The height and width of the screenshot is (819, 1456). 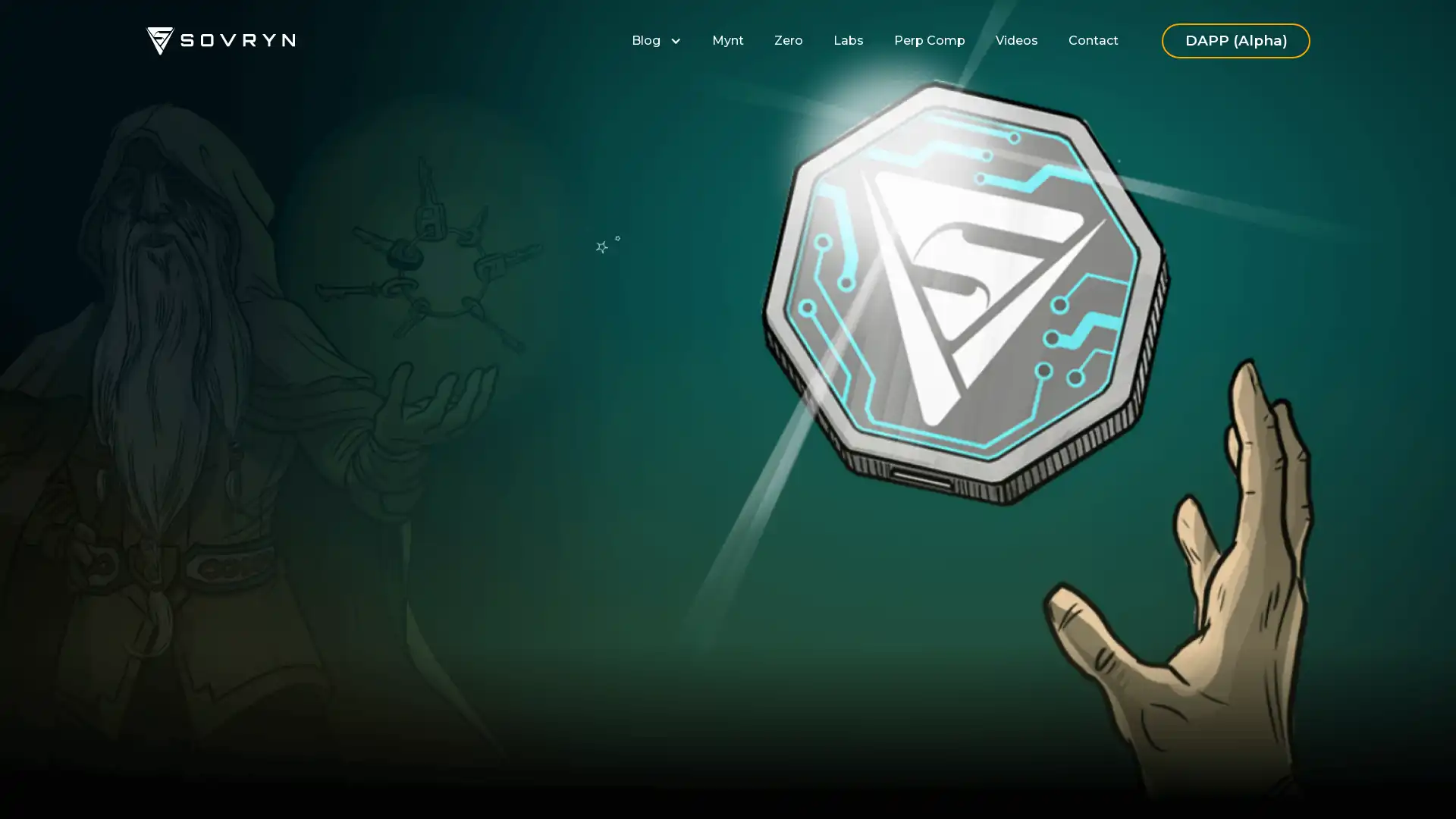 I want to click on Sign me up!, so click(x=543, y=507).